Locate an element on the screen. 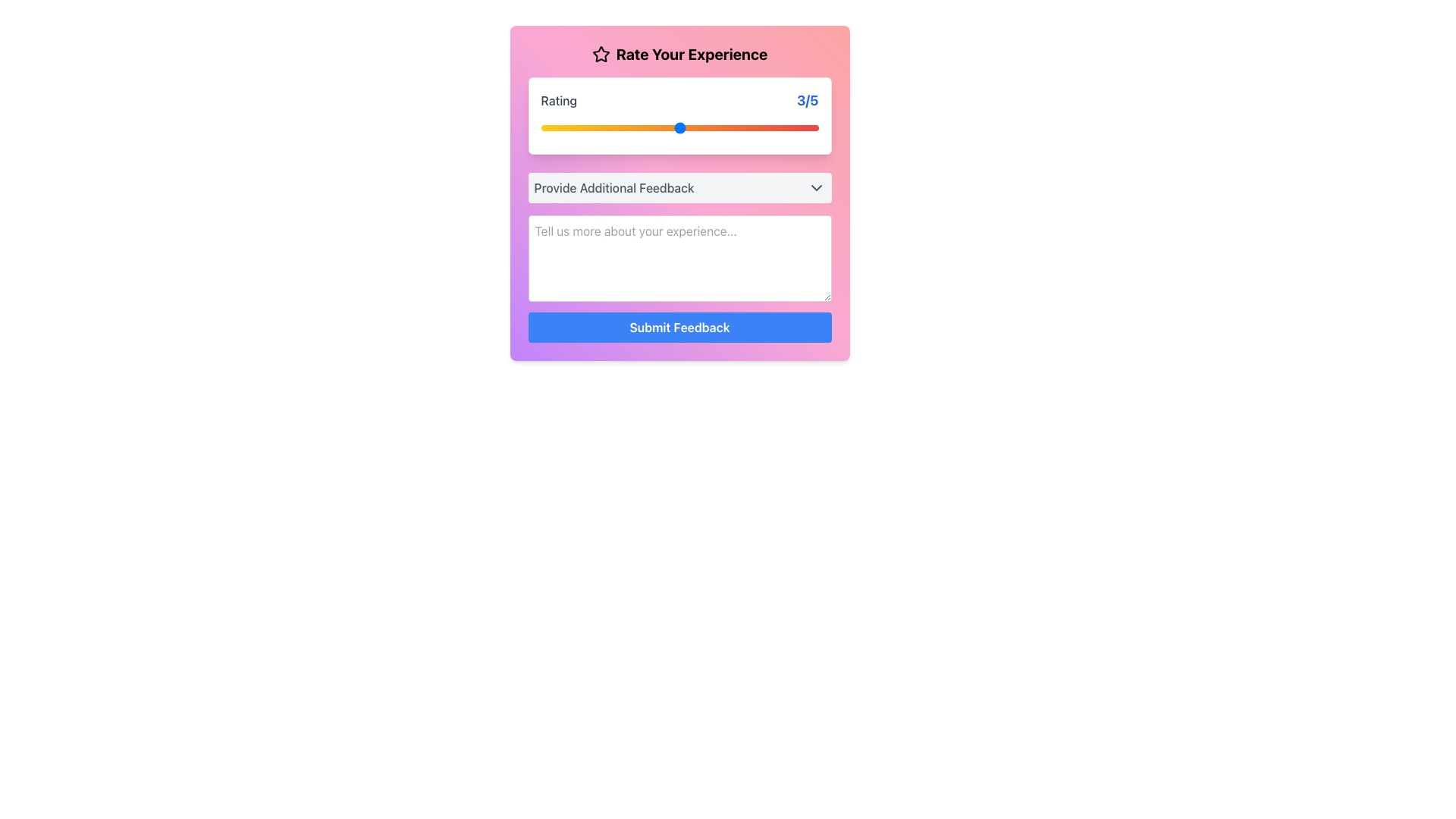 This screenshot has width=1456, height=819. rating slider is located at coordinates (610, 127).